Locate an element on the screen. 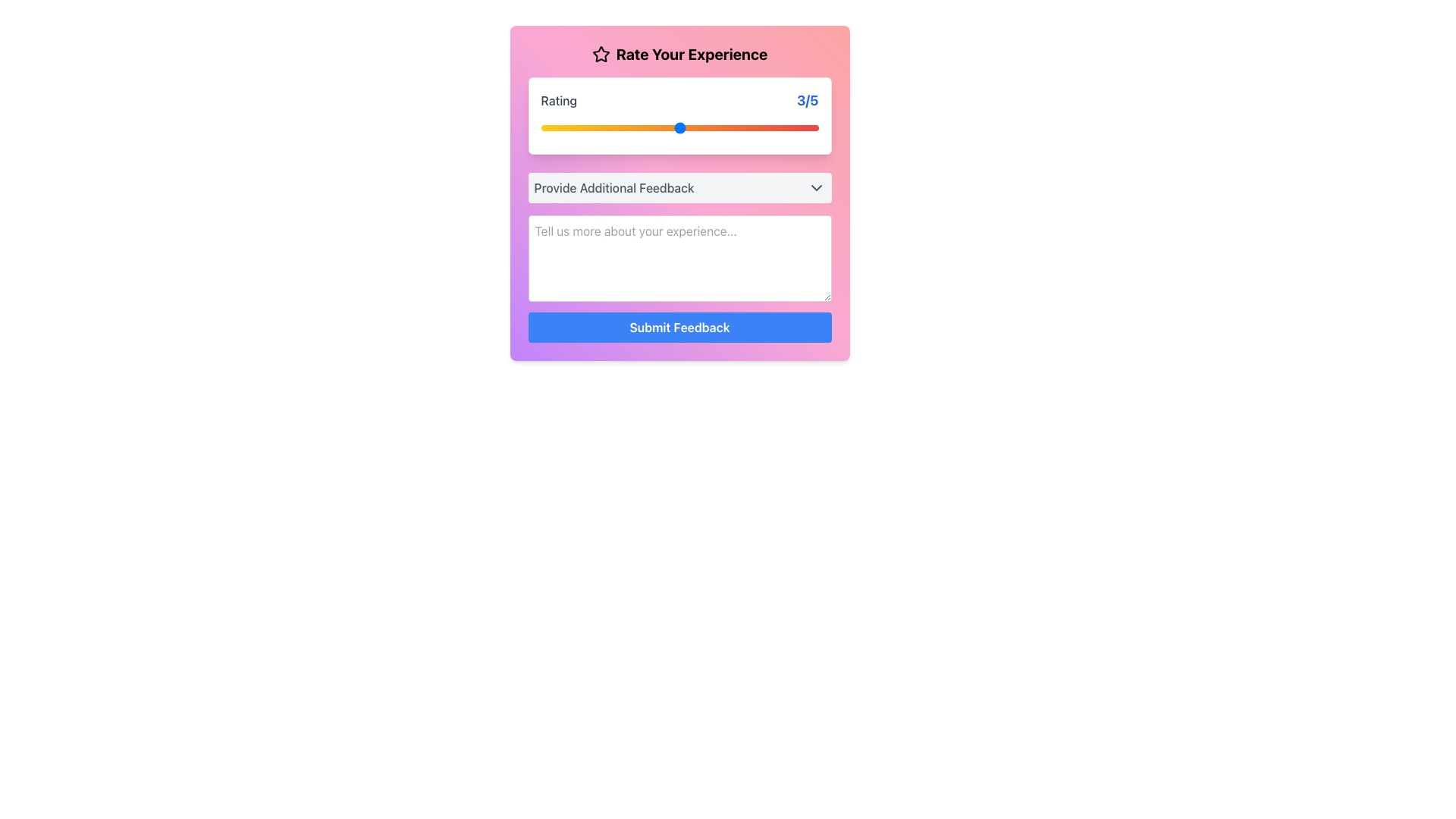 This screenshot has width=1456, height=819. rating slider is located at coordinates (610, 127).